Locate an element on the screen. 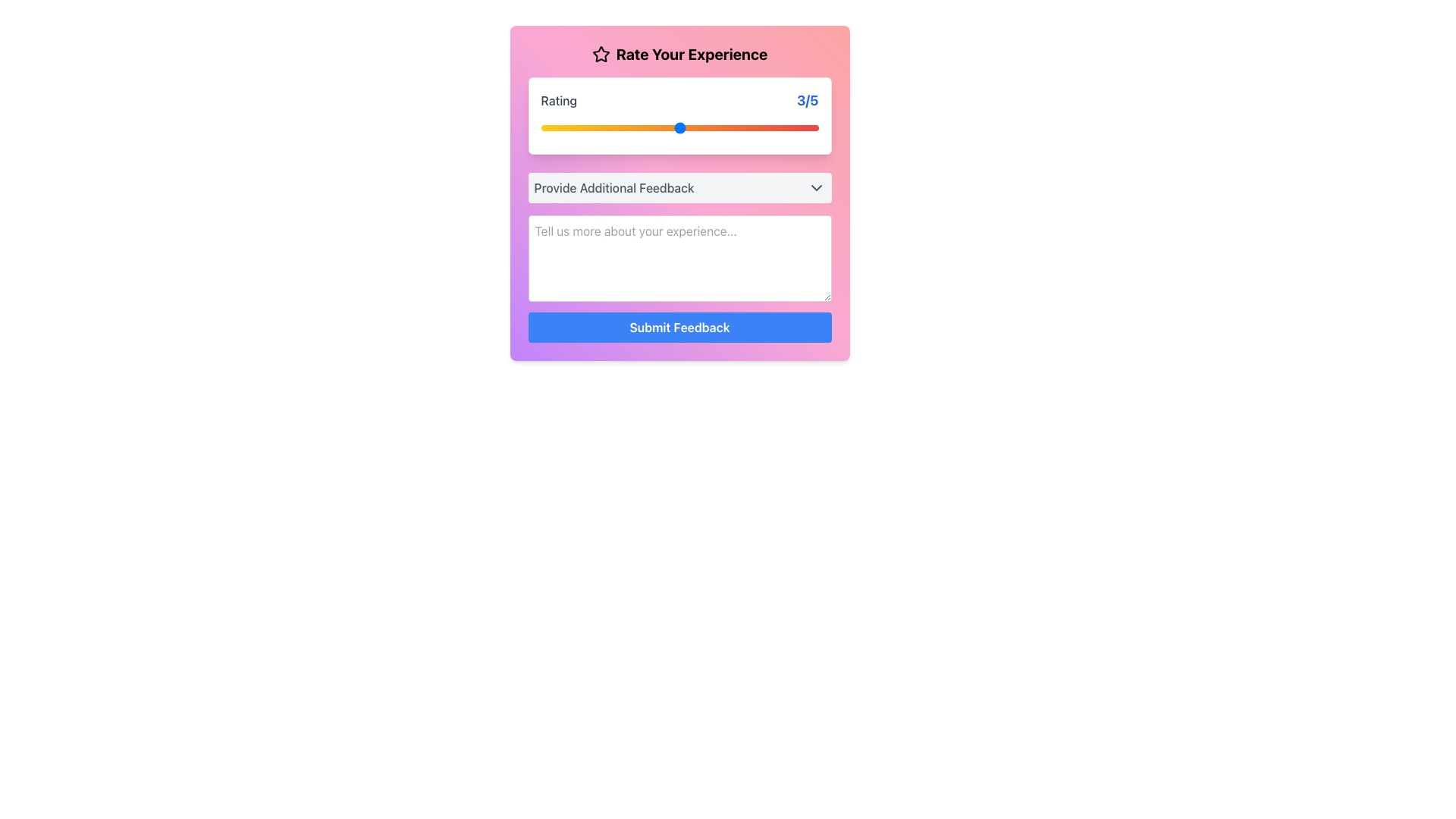 This screenshot has width=1456, height=819. rating slider is located at coordinates (610, 127).